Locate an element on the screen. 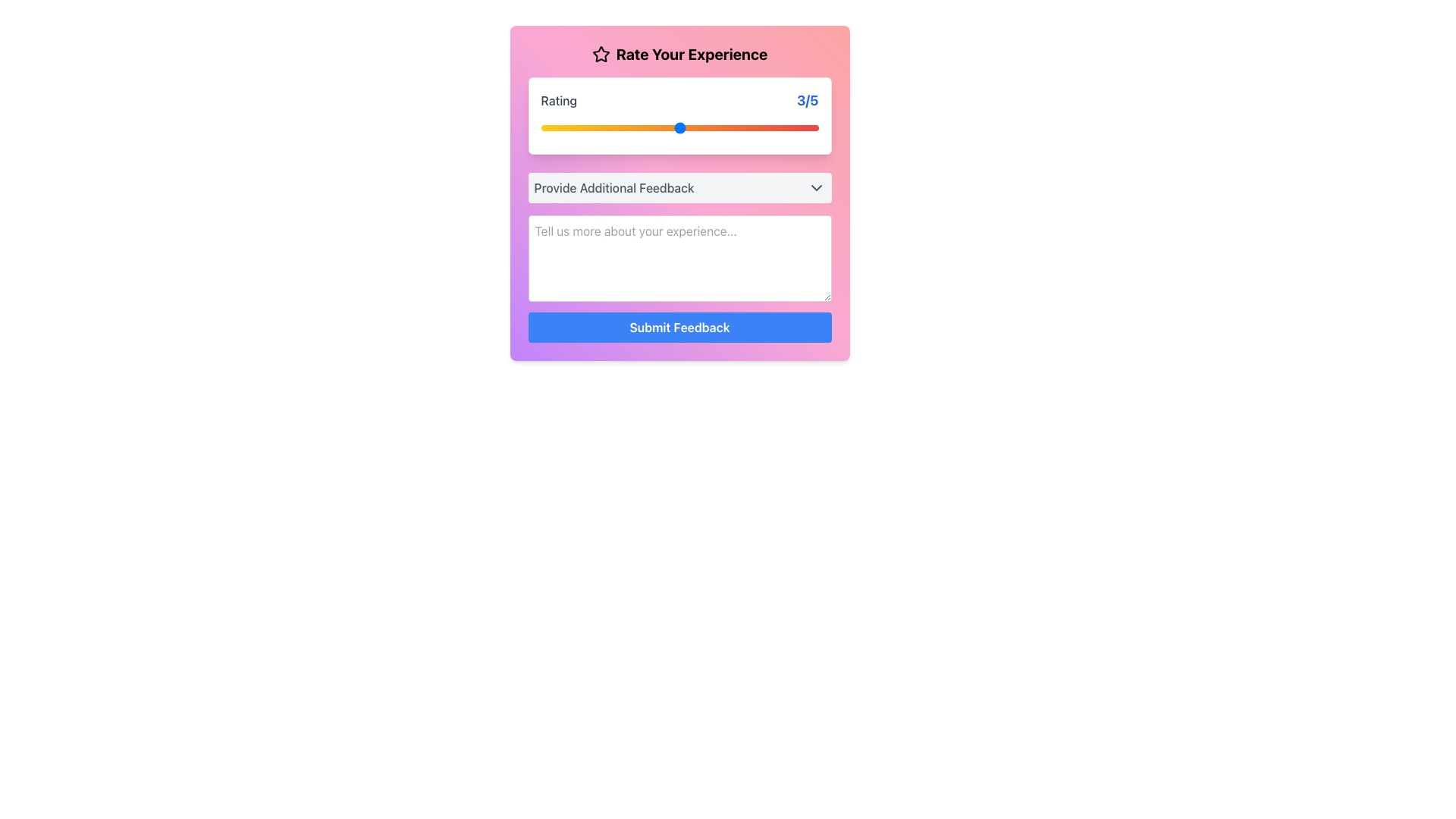 This screenshot has width=1456, height=819. rating slider is located at coordinates (610, 127).